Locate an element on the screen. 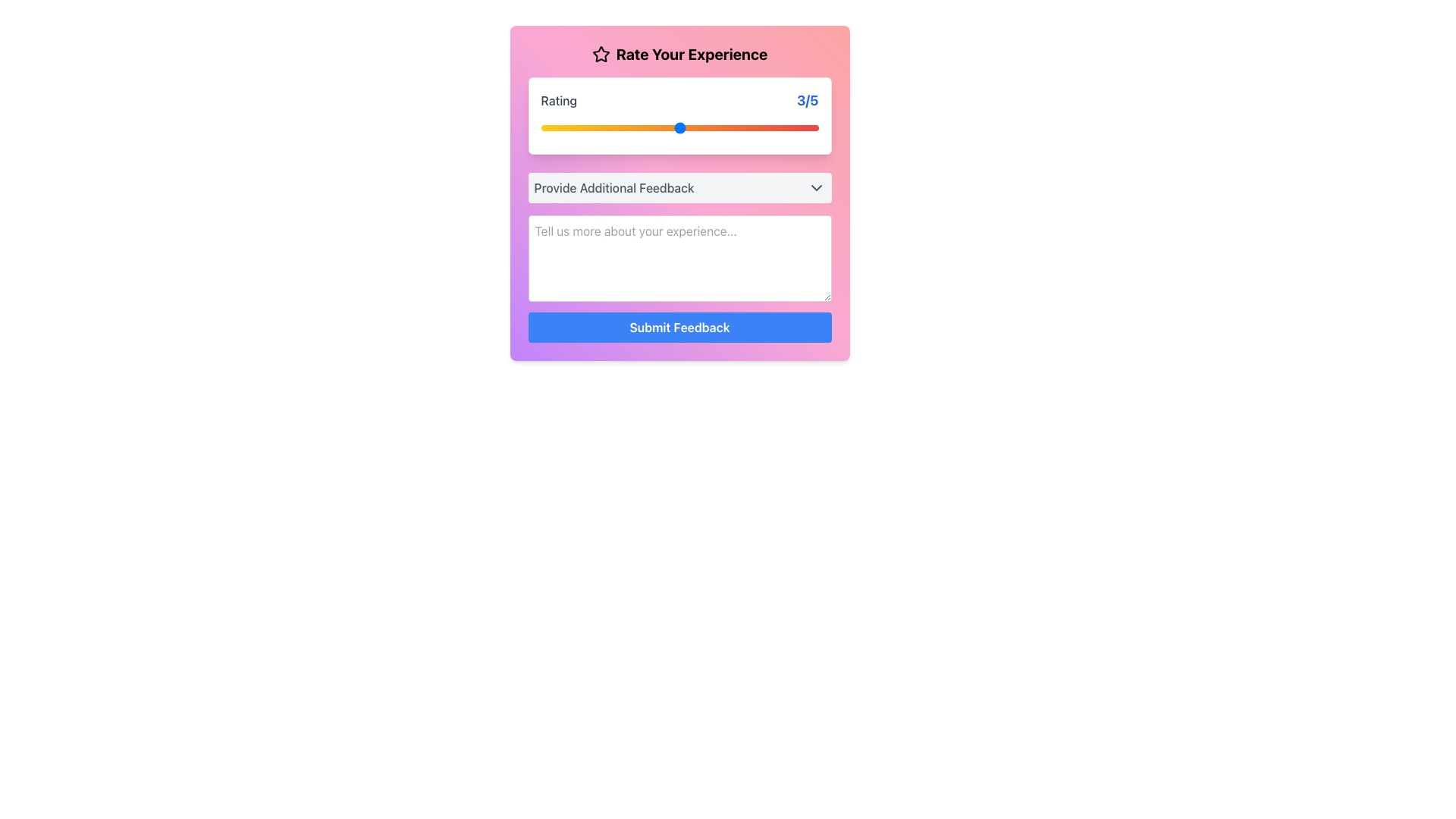 This screenshot has width=1456, height=819. rating slider is located at coordinates (610, 127).